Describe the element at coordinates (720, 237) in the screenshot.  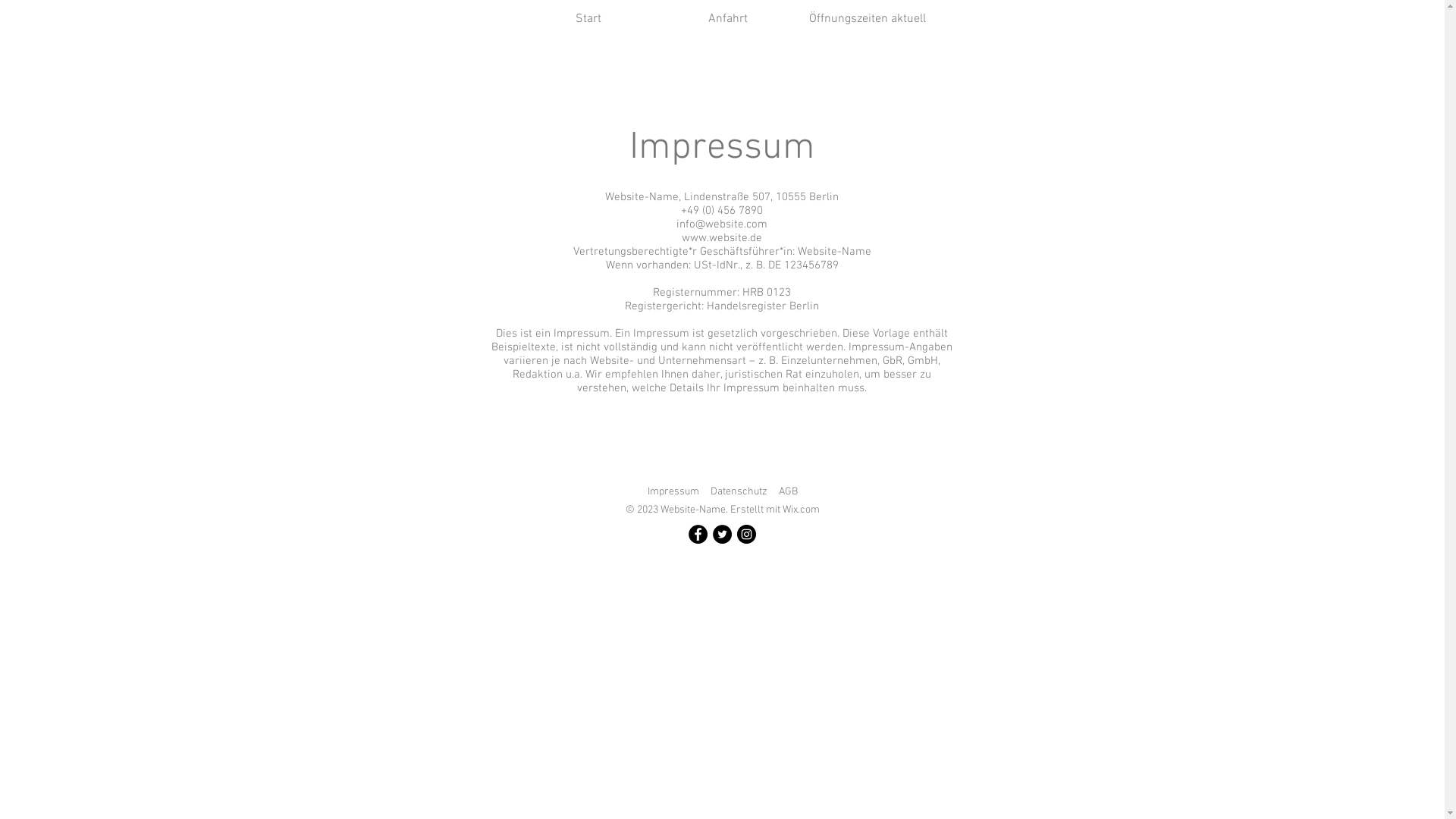
I see `'www.website.de'` at that location.